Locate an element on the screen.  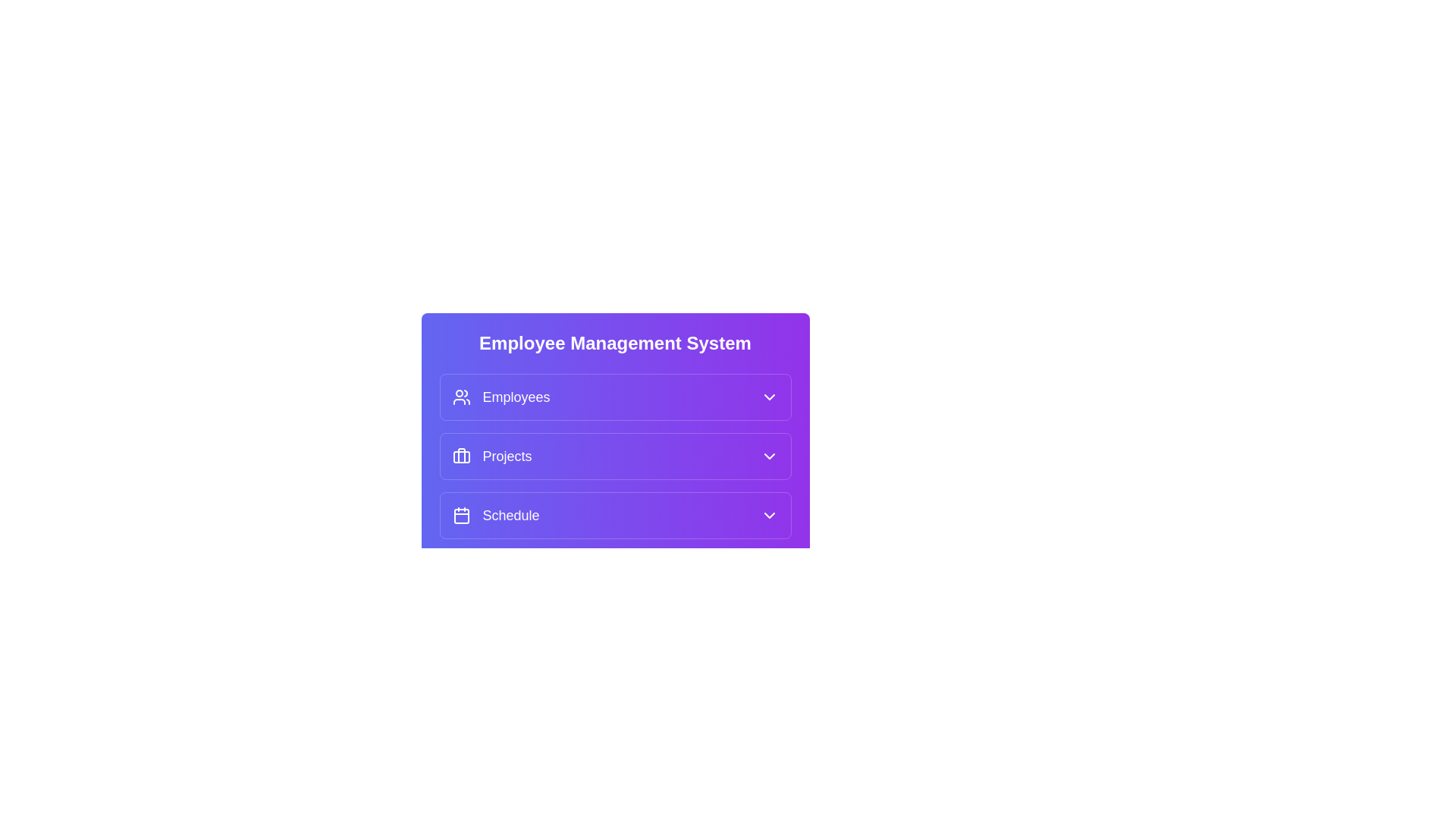
the downward-pointing chevron-shaped icon located to the right of the 'Projects' menu item is located at coordinates (769, 455).